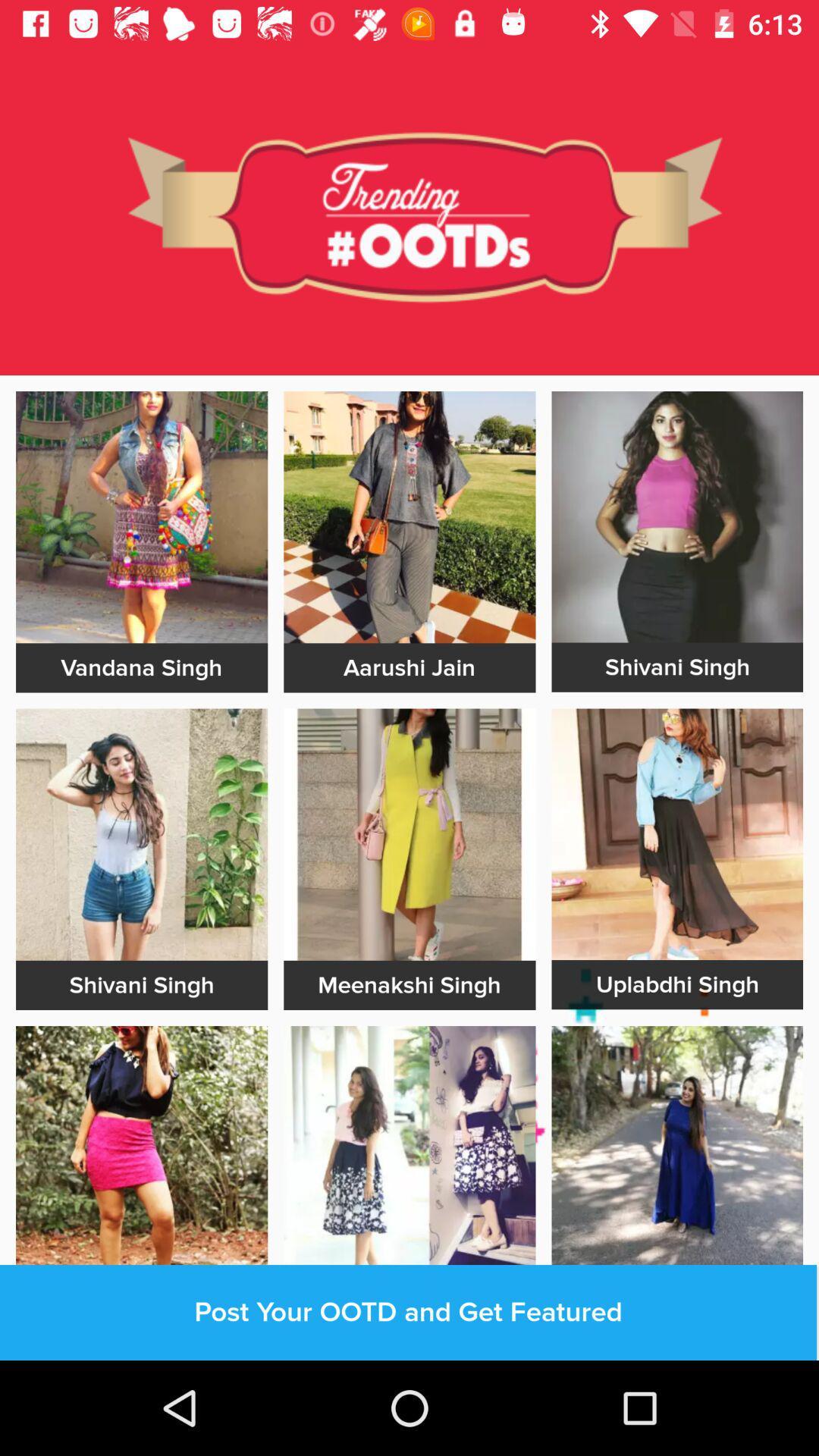  What do you see at coordinates (409, 1152) in the screenshot?
I see `advertisement link` at bounding box center [409, 1152].